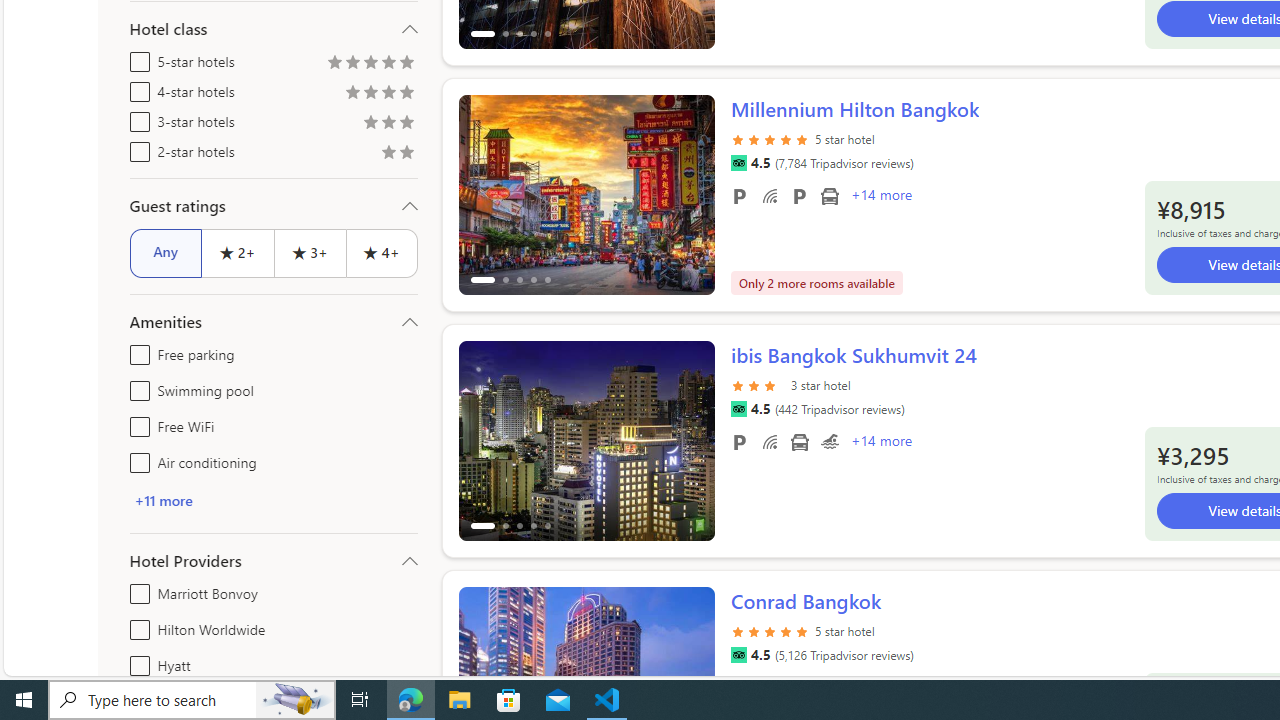 This screenshot has height=720, width=1280. Describe the element at coordinates (135, 87) in the screenshot. I see `'4-star hotels'` at that location.